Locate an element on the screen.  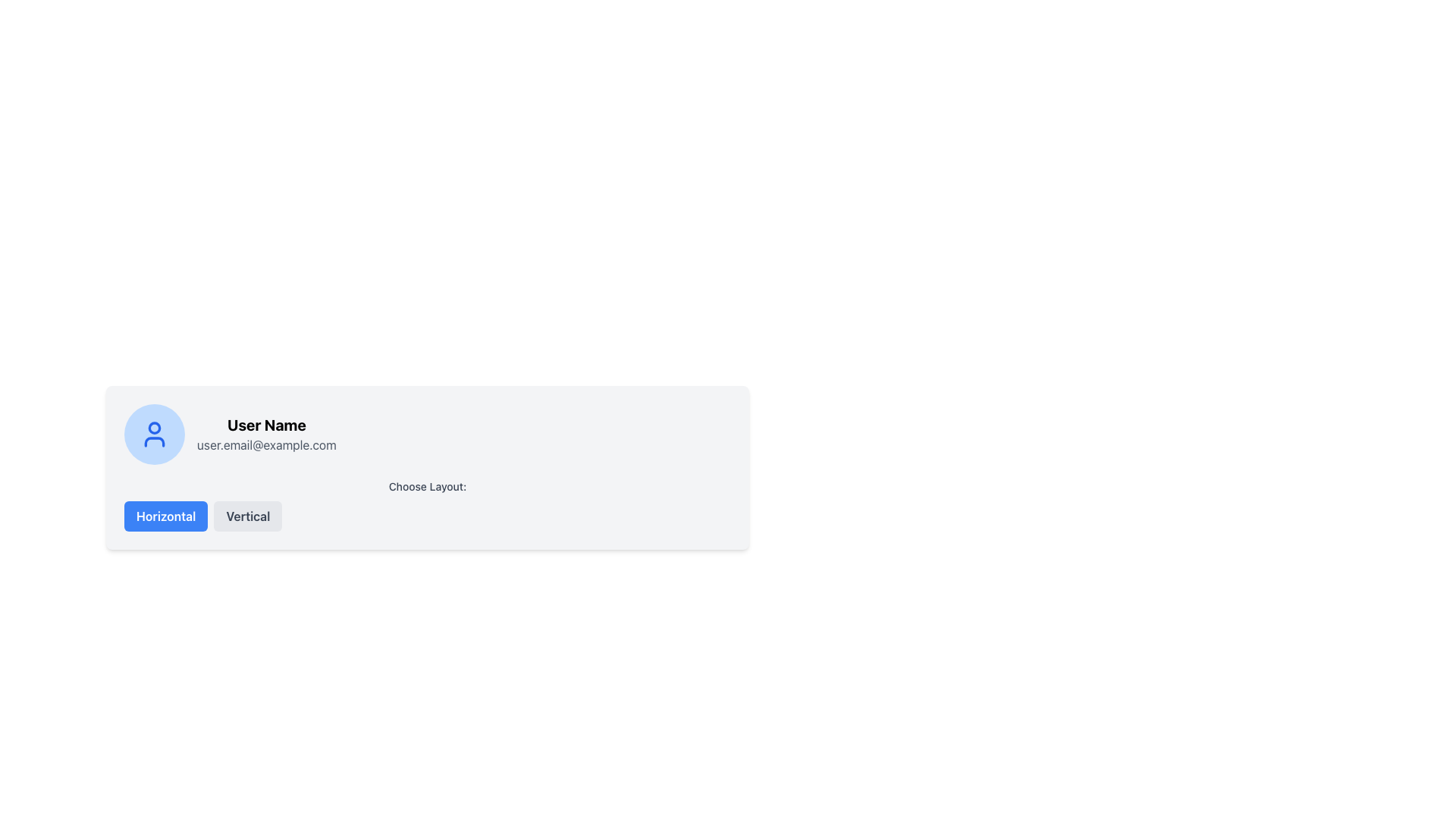
the button labeled 'Vertical', which is the second button in a horizontal group of two buttons is located at coordinates (248, 516).